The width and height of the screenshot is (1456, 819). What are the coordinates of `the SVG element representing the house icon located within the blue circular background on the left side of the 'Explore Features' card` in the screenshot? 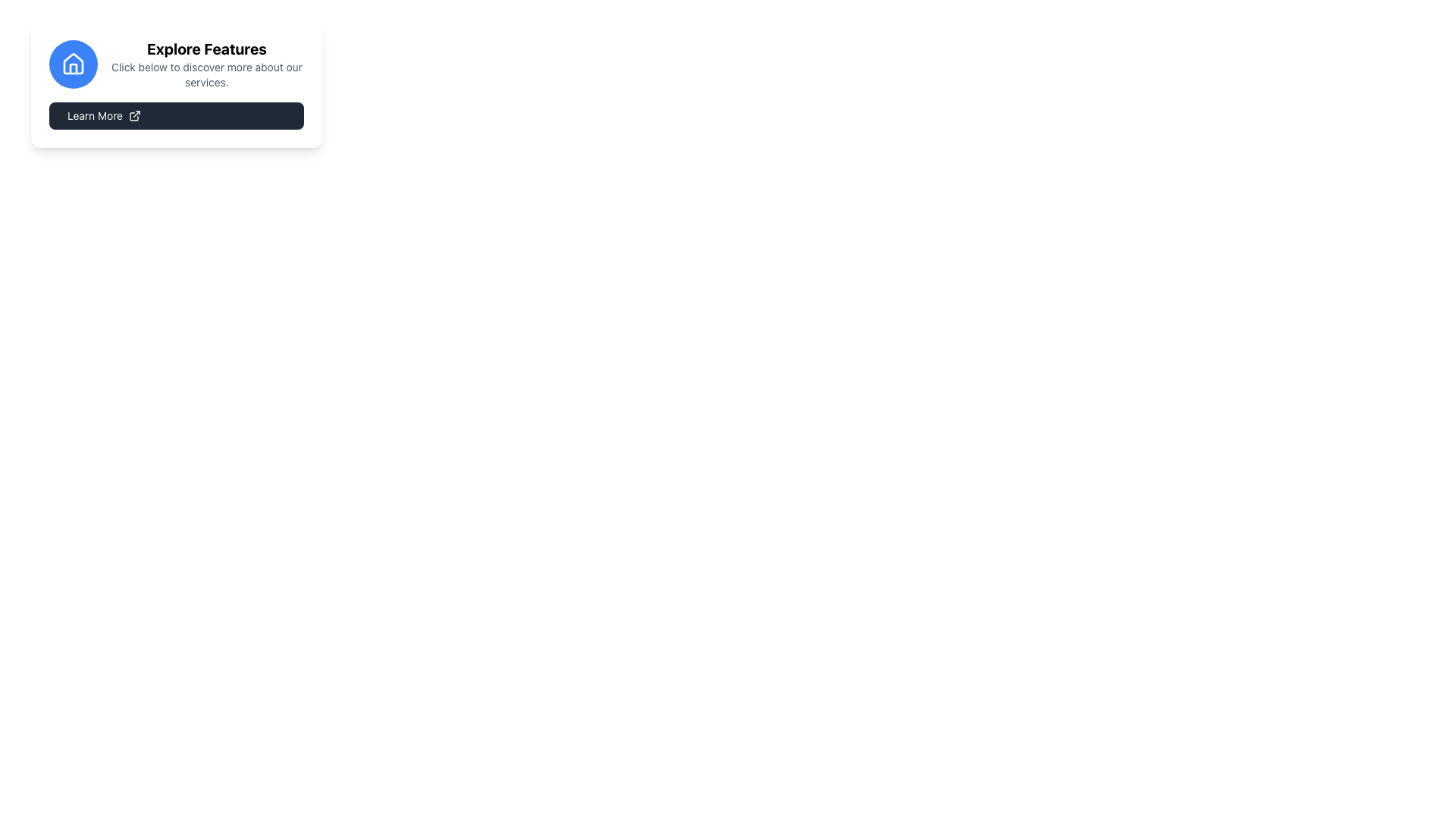 It's located at (72, 63).